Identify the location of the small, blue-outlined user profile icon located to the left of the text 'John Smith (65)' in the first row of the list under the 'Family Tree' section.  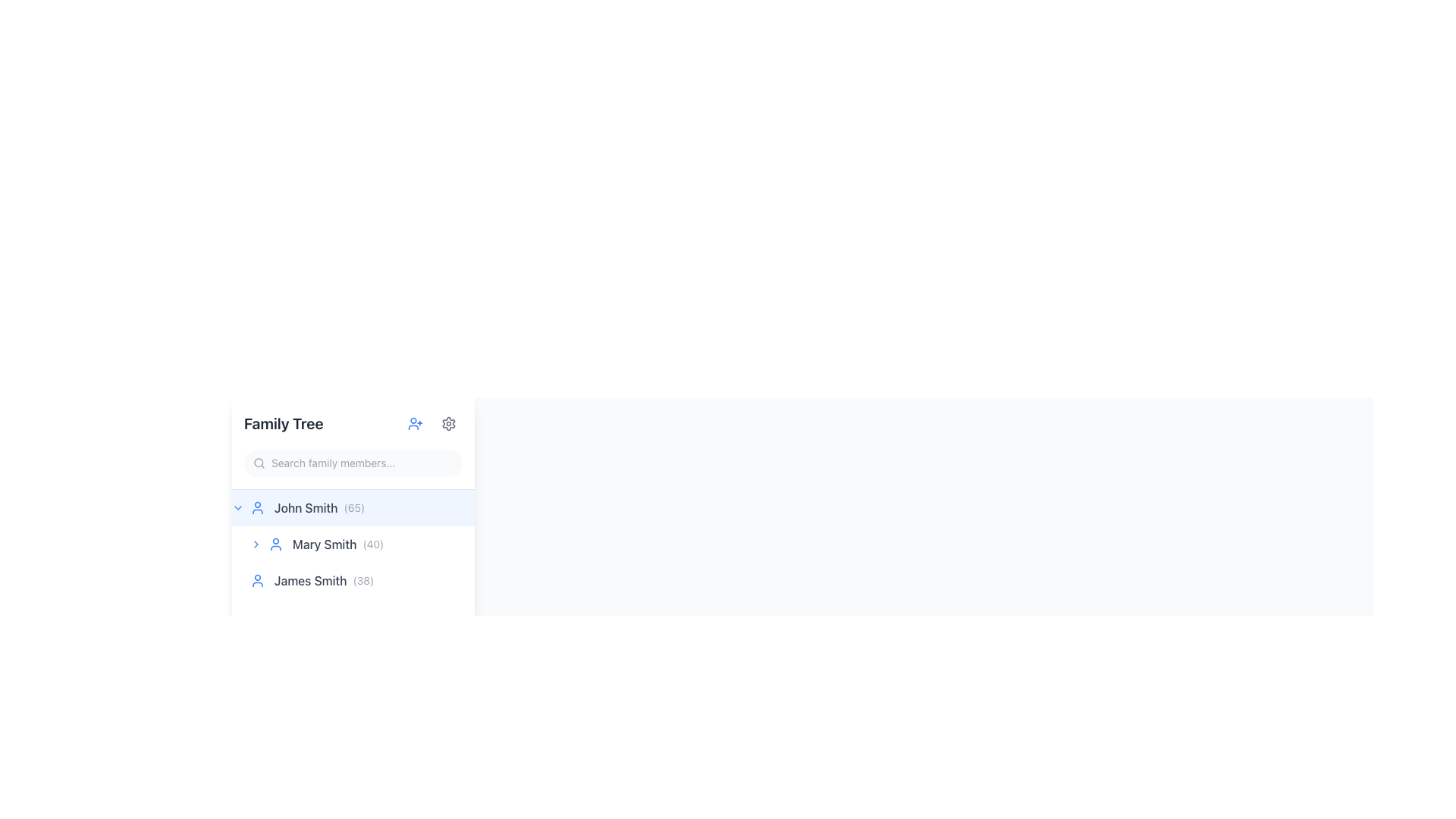
(258, 508).